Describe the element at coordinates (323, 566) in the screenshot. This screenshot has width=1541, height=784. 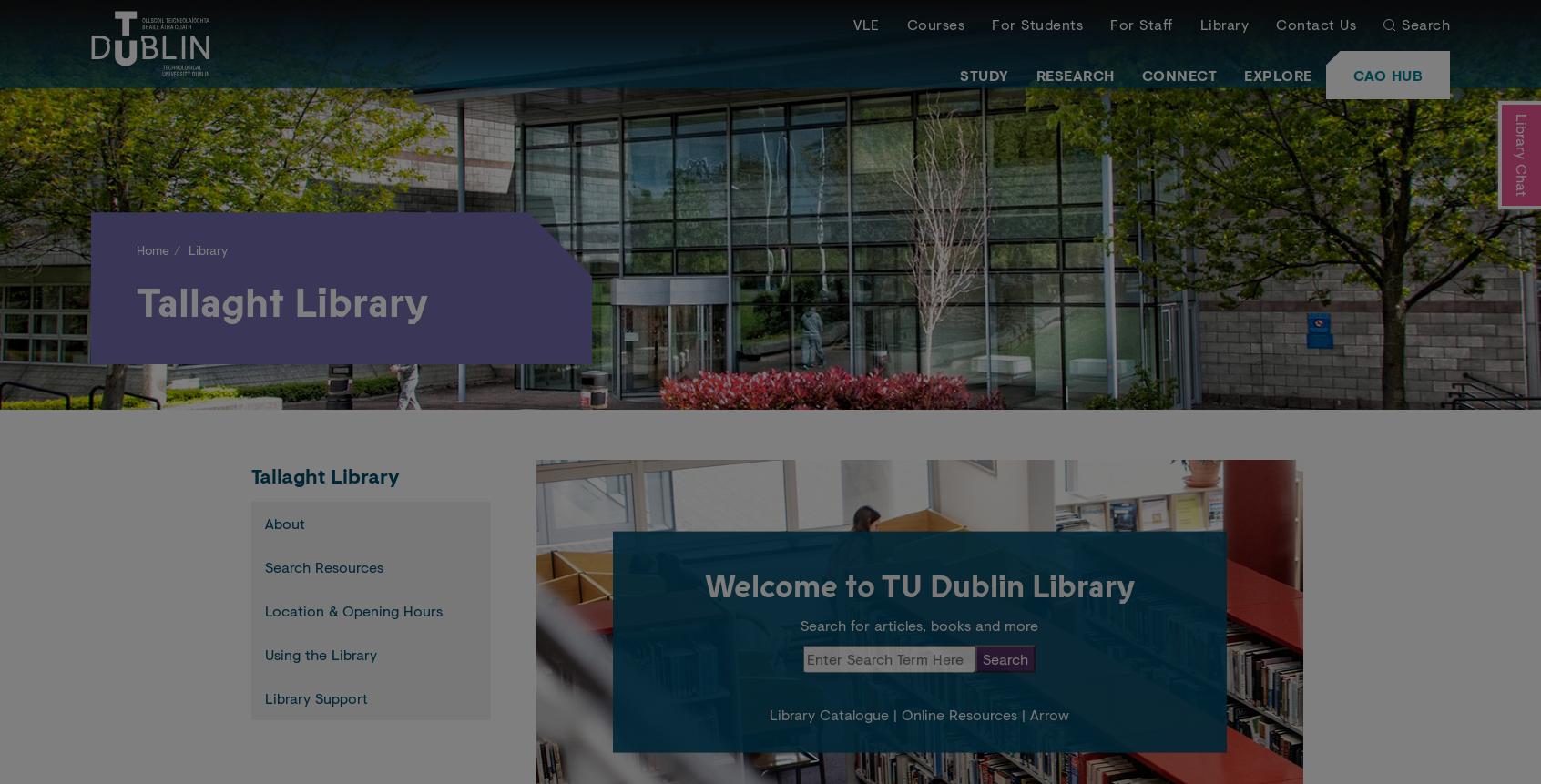
I see `'Search Resources'` at that location.